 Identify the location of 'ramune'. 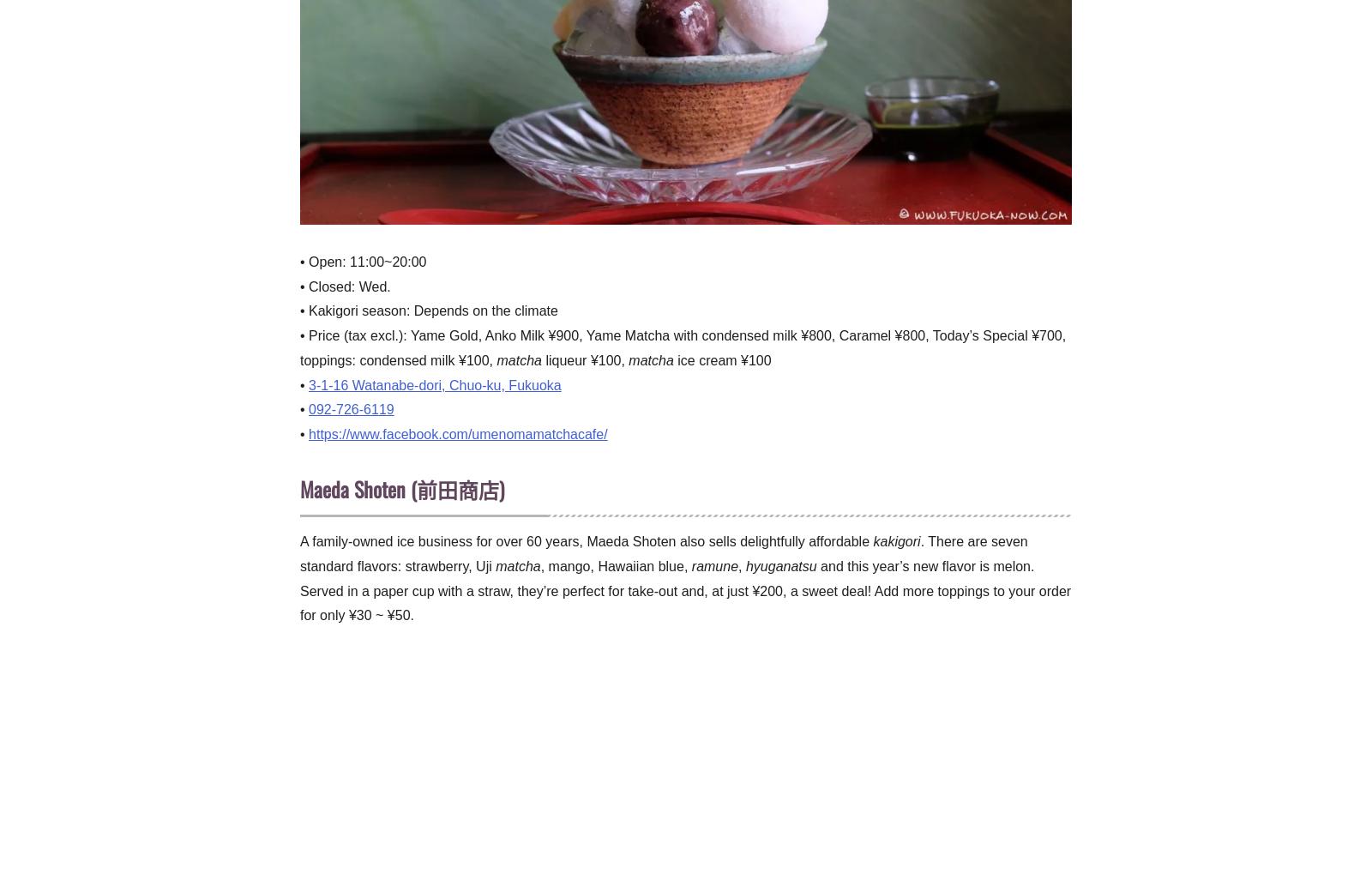
(713, 564).